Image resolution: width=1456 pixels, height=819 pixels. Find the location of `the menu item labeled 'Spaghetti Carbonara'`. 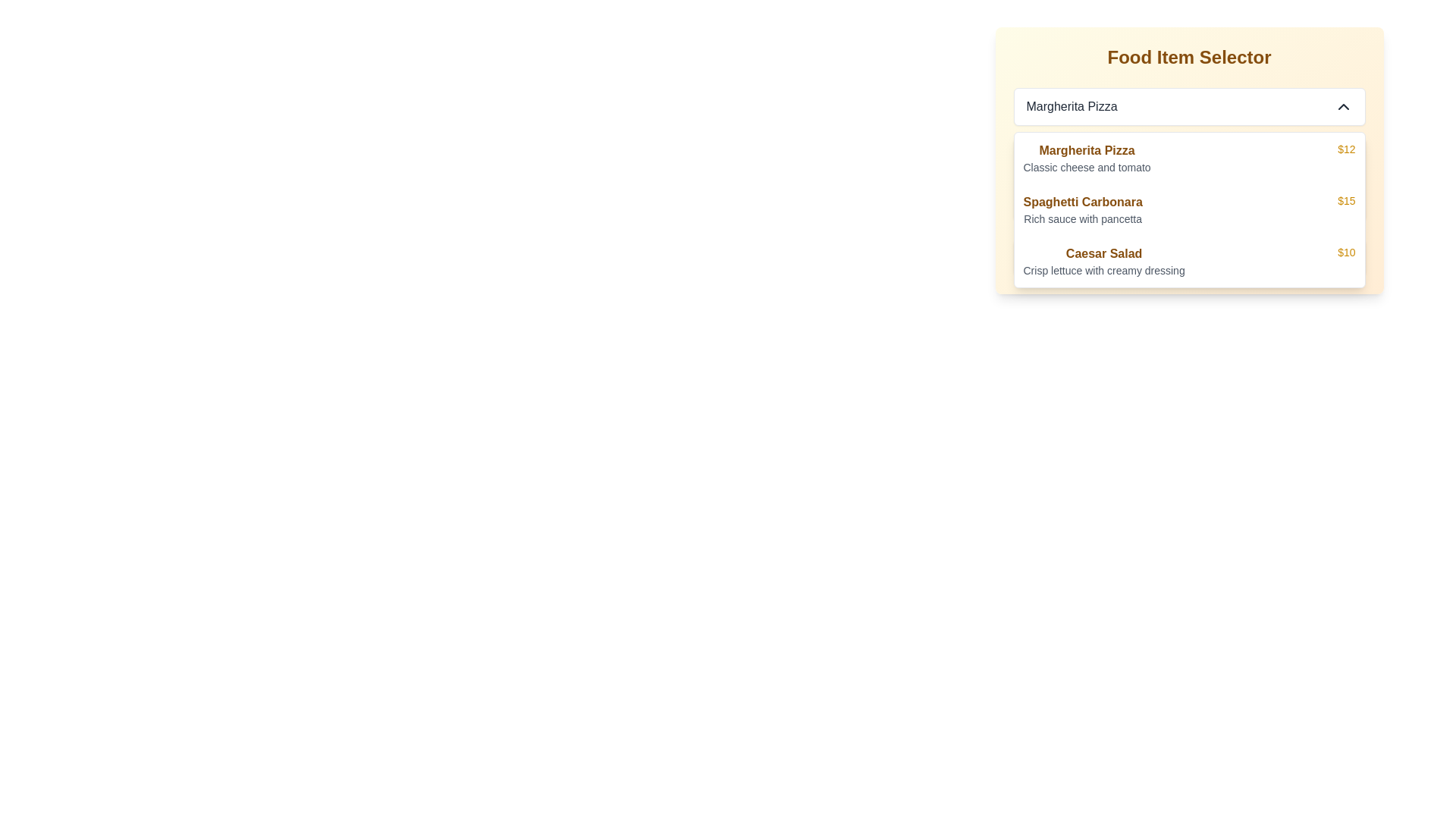

the menu item labeled 'Spaghetti Carbonara' is located at coordinates (1188, 210).